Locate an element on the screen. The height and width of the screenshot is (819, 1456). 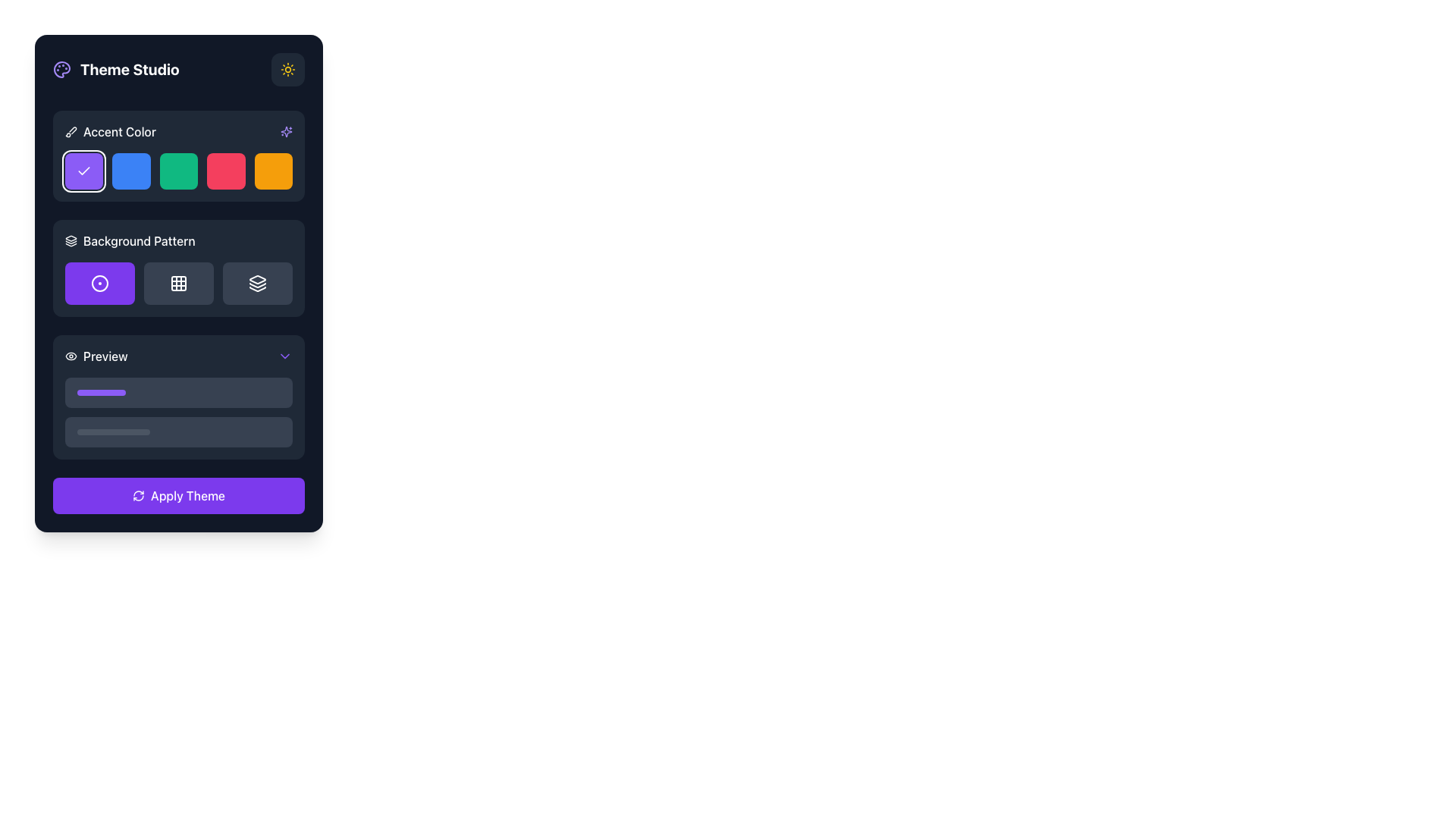
bold text element labeled 'Theme Studio', which is styled in white on a dark background, located at the top-left area of the interface is located at coordinates (130, 70).